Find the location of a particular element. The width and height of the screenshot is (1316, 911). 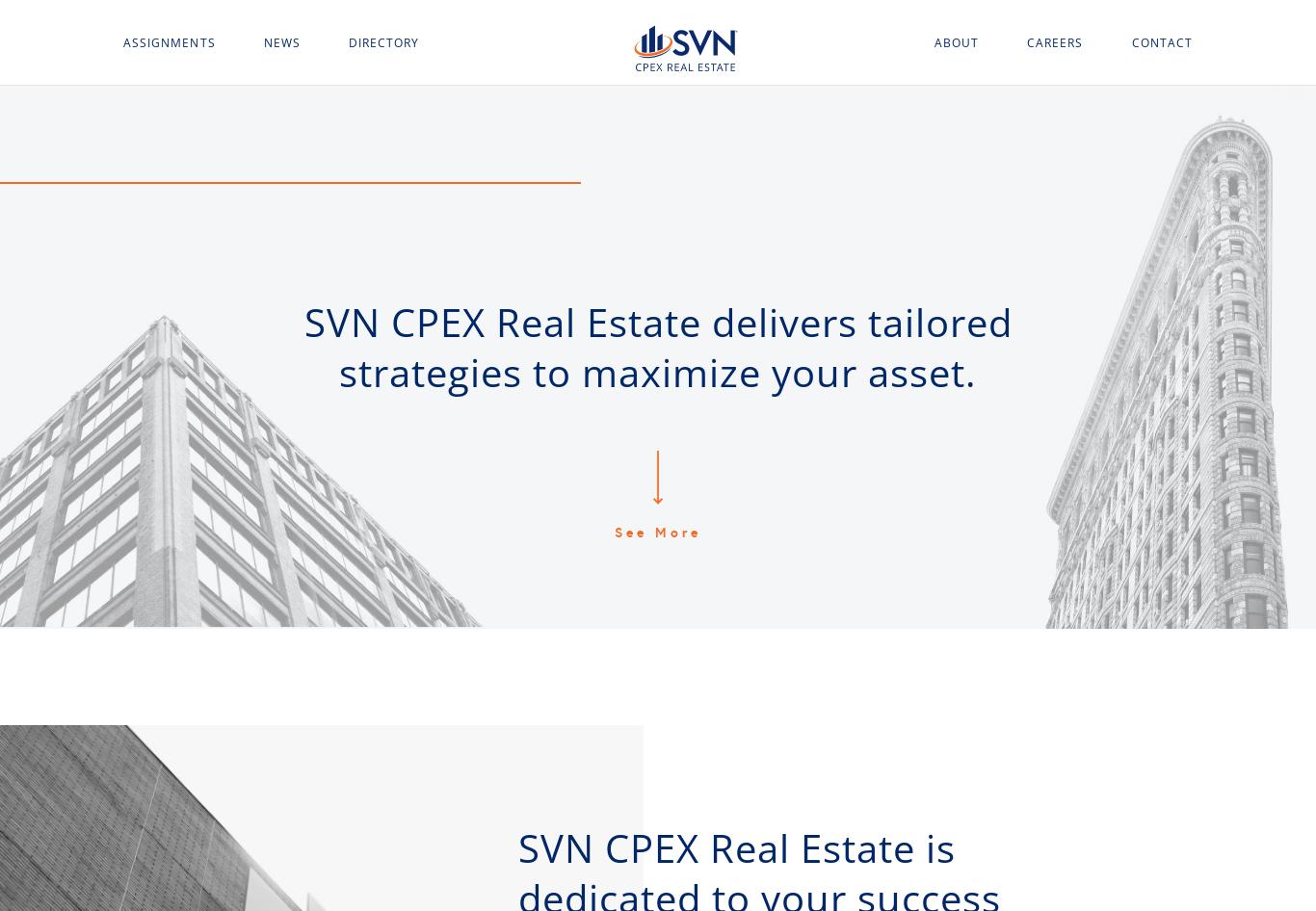

'Assignments' is located at coordinates (121, 41).